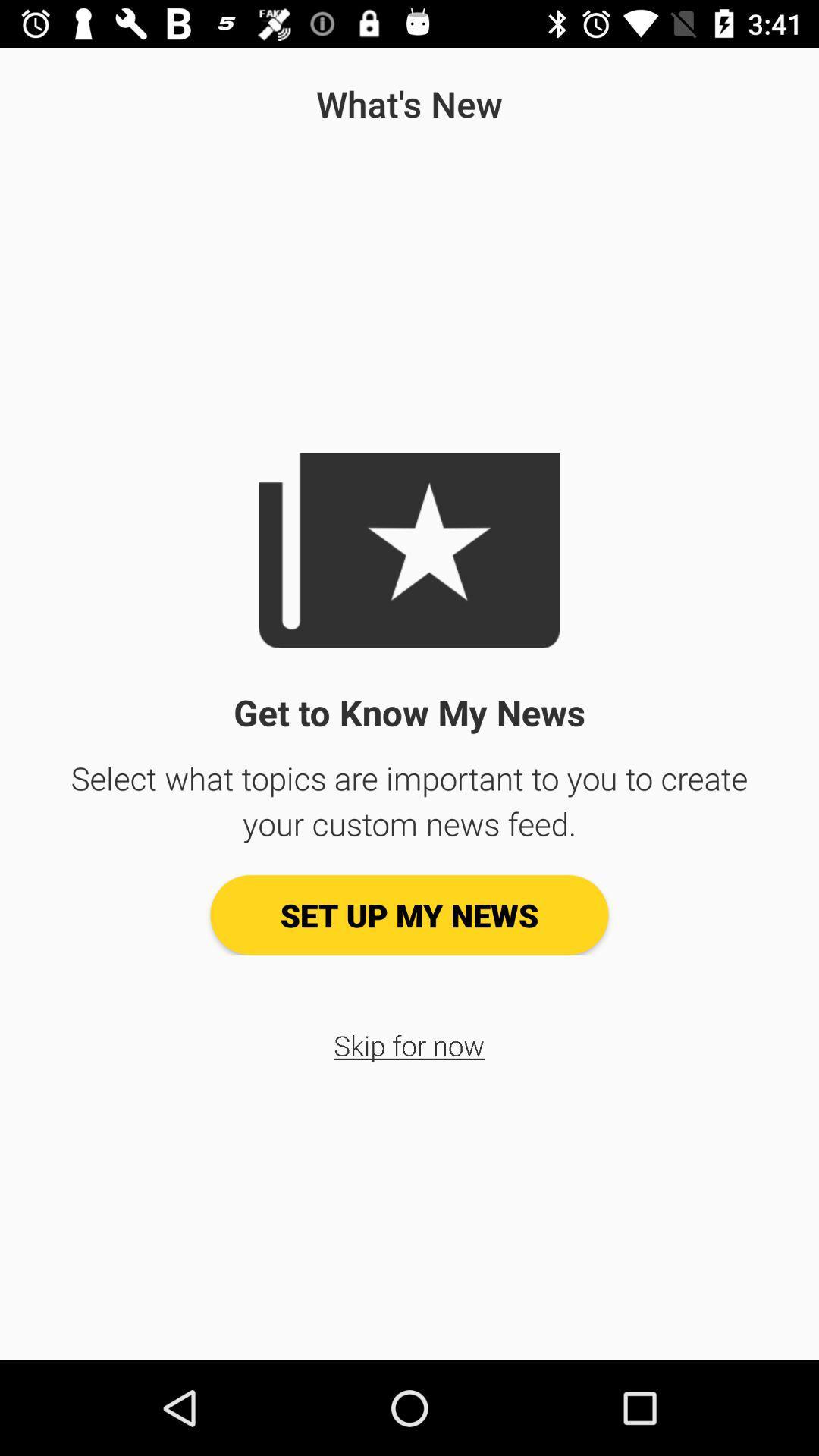 The image size is (819, 1456). Describe the element at coordinates (408, 1044) in the screenshot. I see `the skip for now icon` at that location.